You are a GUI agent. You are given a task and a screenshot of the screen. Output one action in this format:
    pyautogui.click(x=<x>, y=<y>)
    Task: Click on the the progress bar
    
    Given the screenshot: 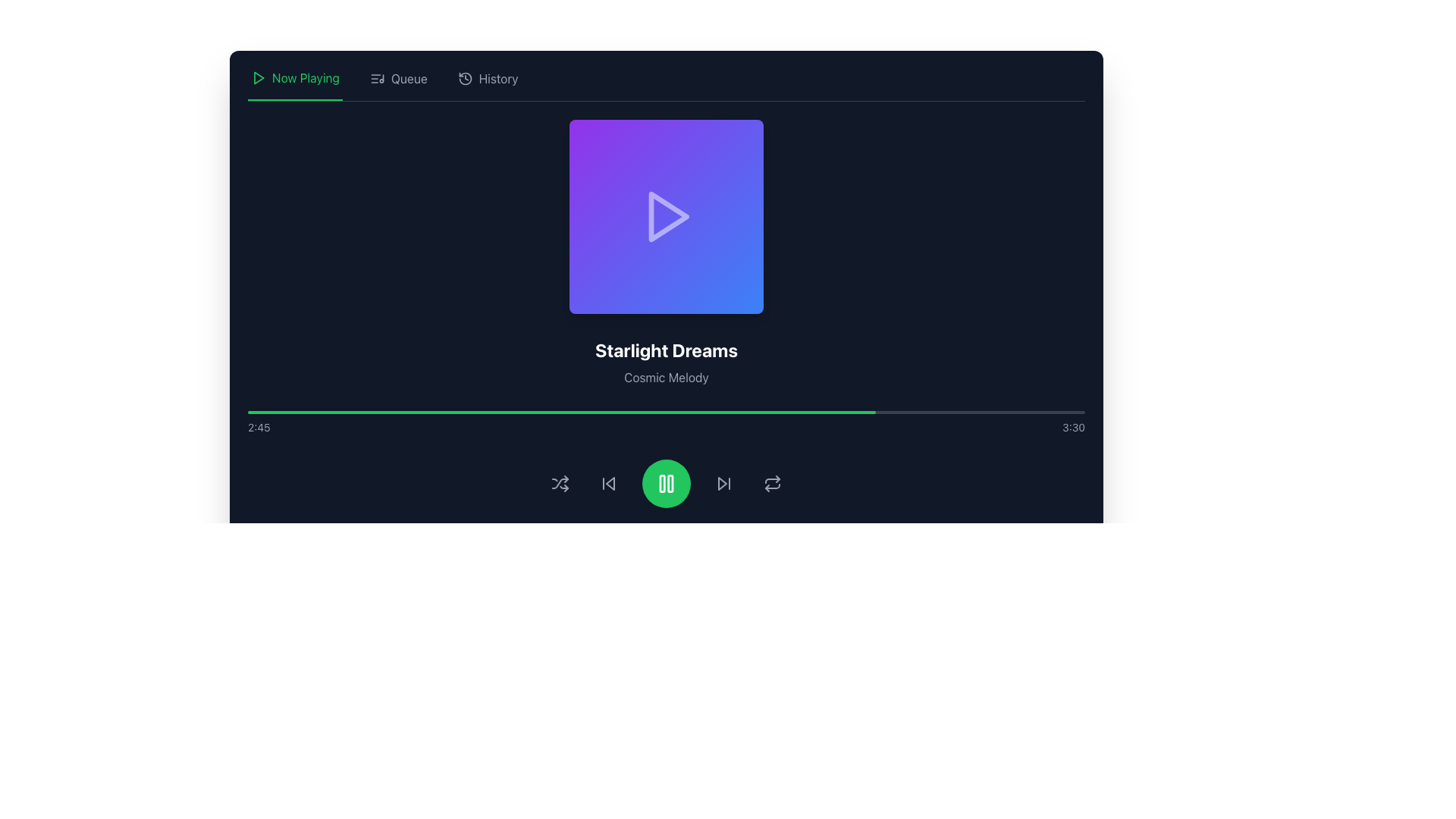 What is the action you would take?
    pyautogui.click(x=867, y=412)
    